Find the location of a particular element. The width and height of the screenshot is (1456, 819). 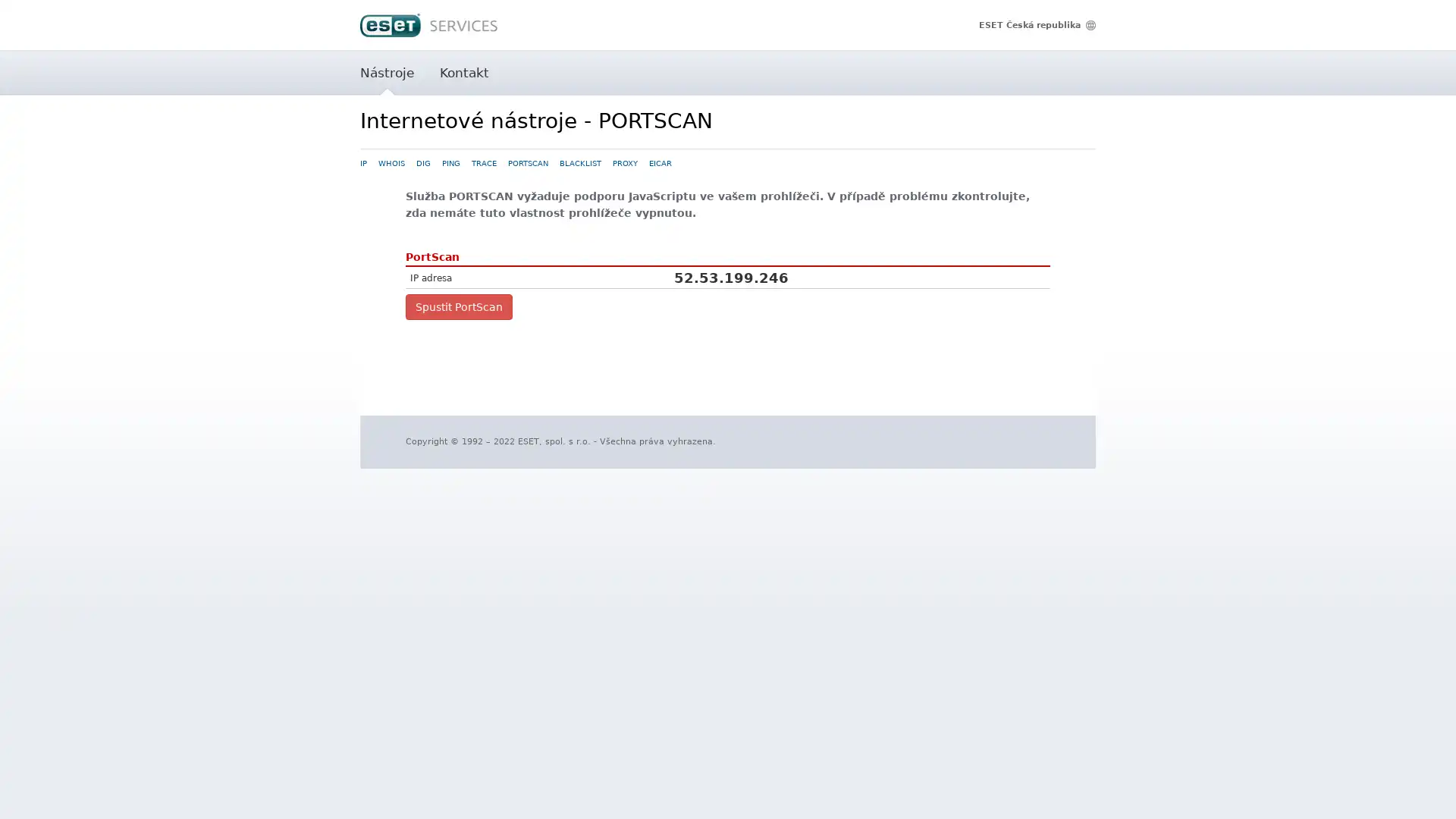

Spustit PortScan is located at coordinates (458, 307).